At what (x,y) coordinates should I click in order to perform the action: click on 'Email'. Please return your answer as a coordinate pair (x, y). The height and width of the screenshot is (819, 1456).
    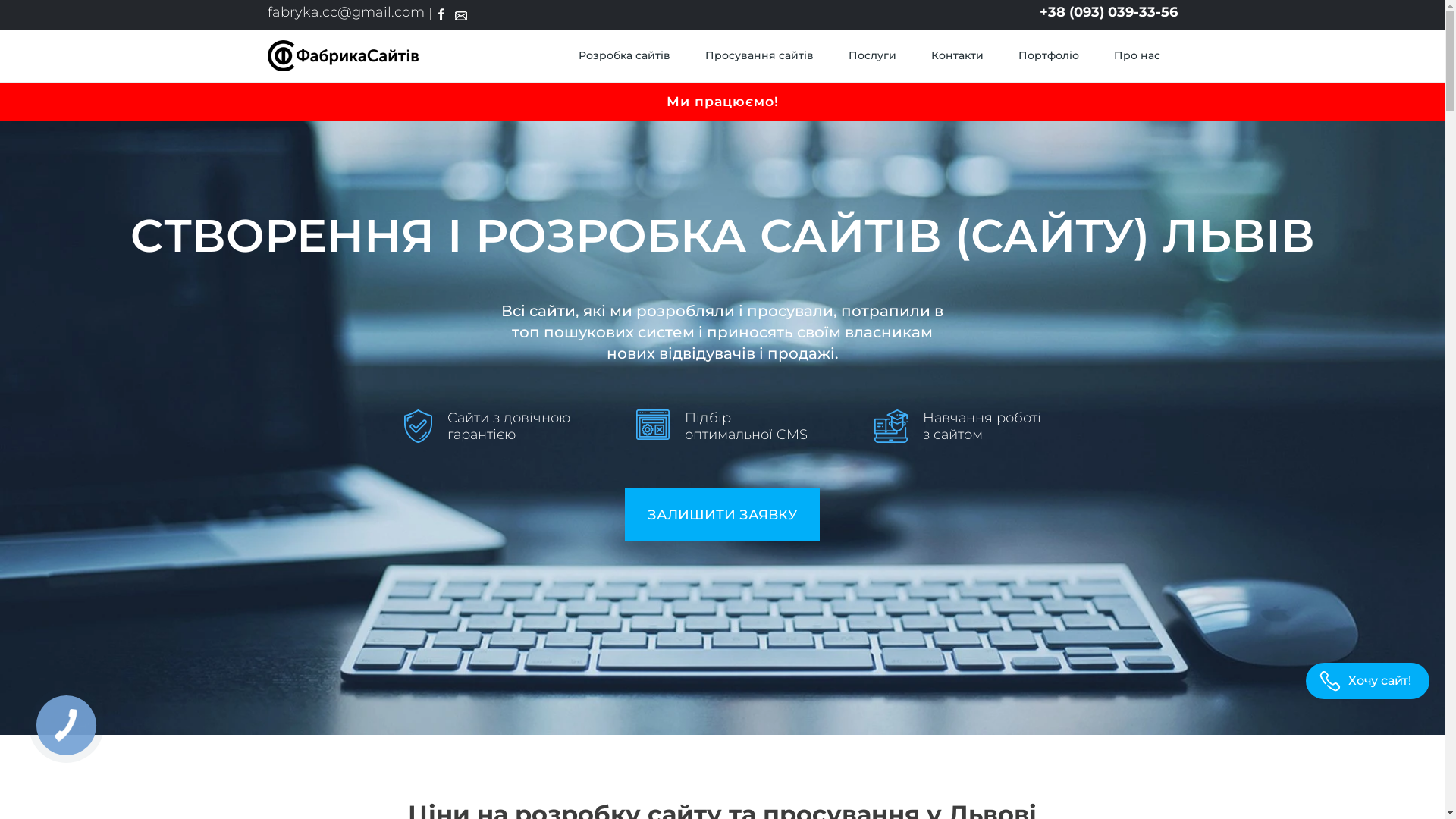
    Looking at the image, I should click on (460, 15).